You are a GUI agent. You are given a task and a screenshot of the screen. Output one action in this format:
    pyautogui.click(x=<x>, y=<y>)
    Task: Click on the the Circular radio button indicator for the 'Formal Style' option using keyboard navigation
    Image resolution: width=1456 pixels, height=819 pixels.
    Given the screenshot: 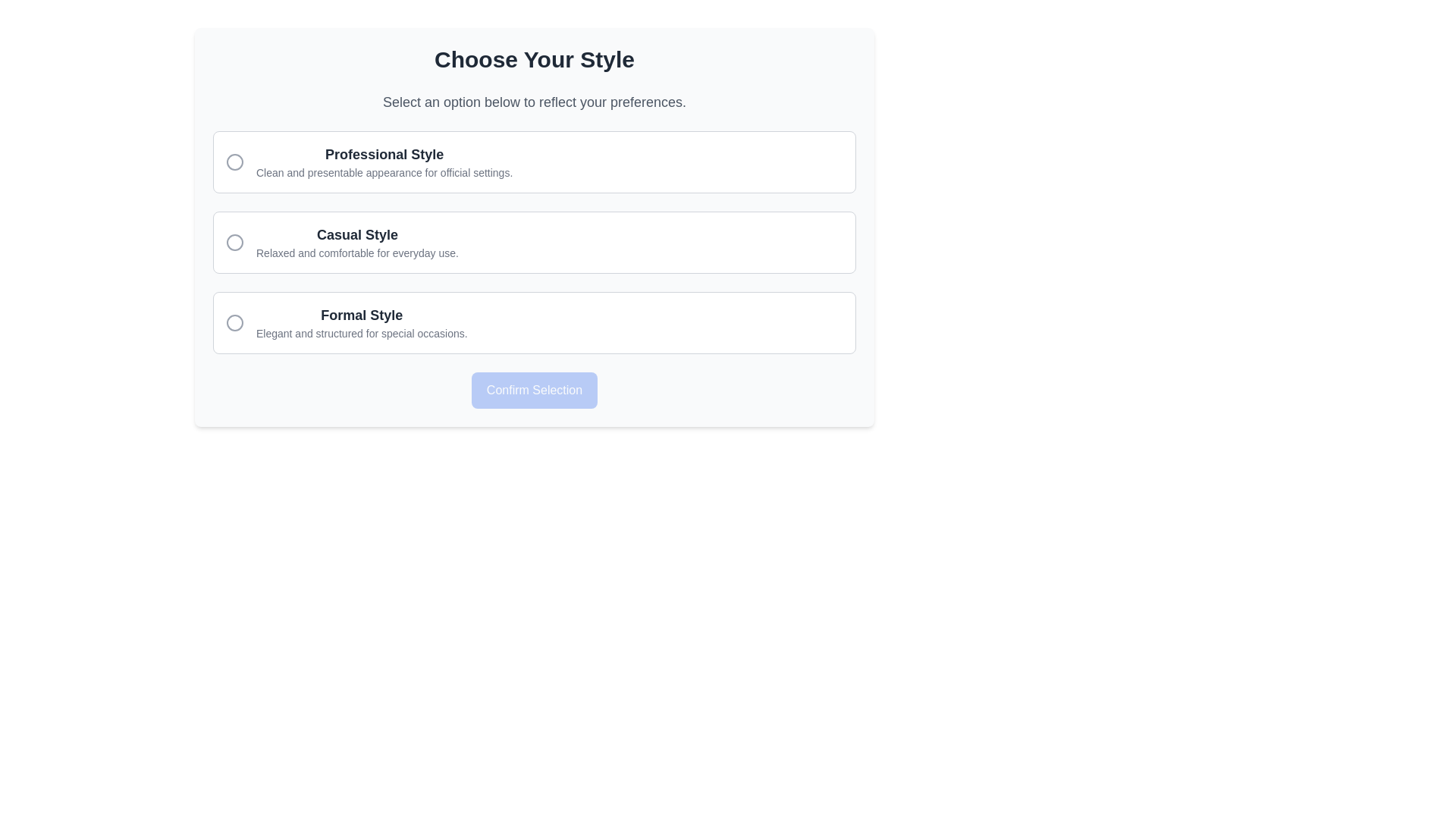 What is the action you would take?
    pyautogui.click(x=234, y=322)
    